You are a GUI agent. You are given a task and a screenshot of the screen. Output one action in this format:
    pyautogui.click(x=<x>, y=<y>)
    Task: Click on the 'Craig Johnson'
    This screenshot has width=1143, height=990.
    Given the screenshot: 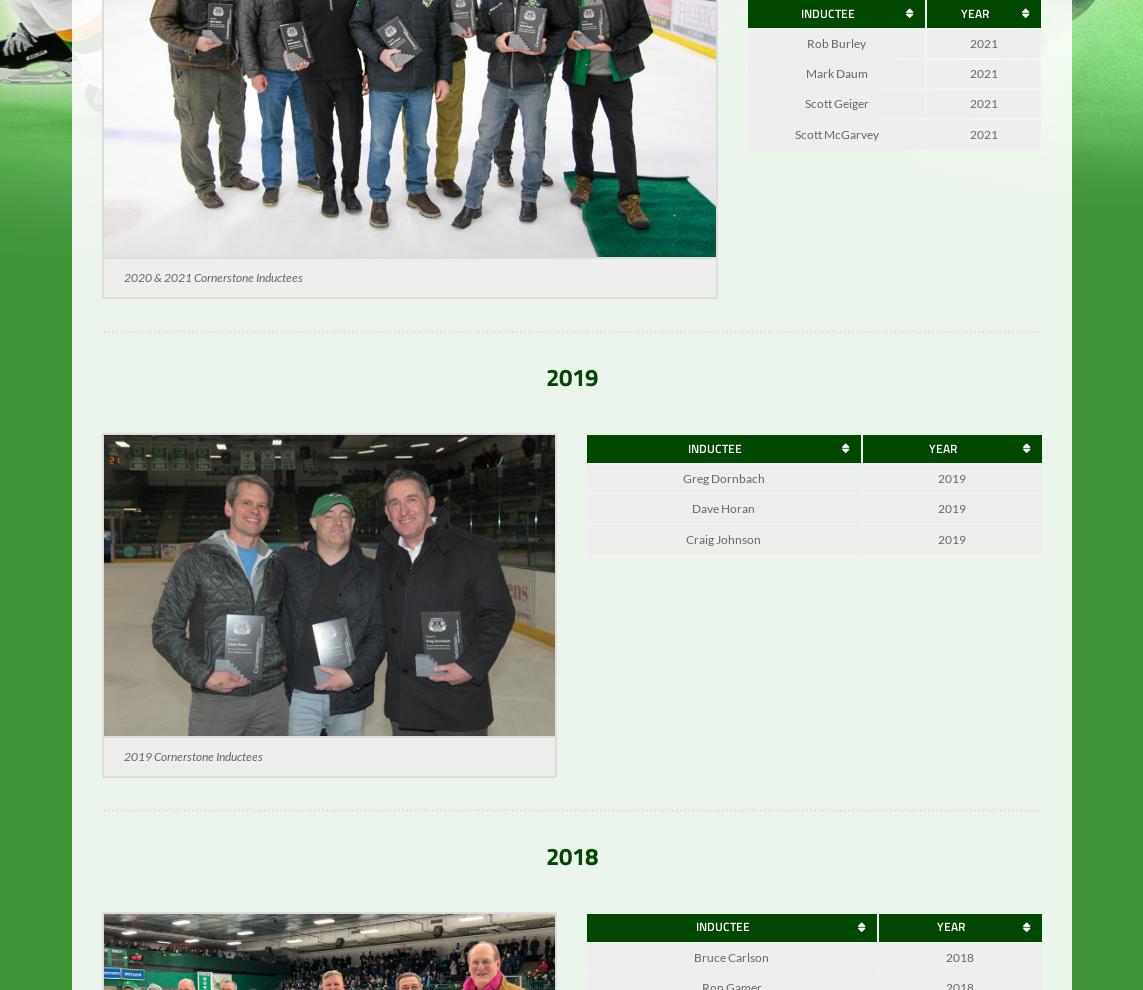 What is the action you would take?
    pyautogui.click(x=723, y=552)
    